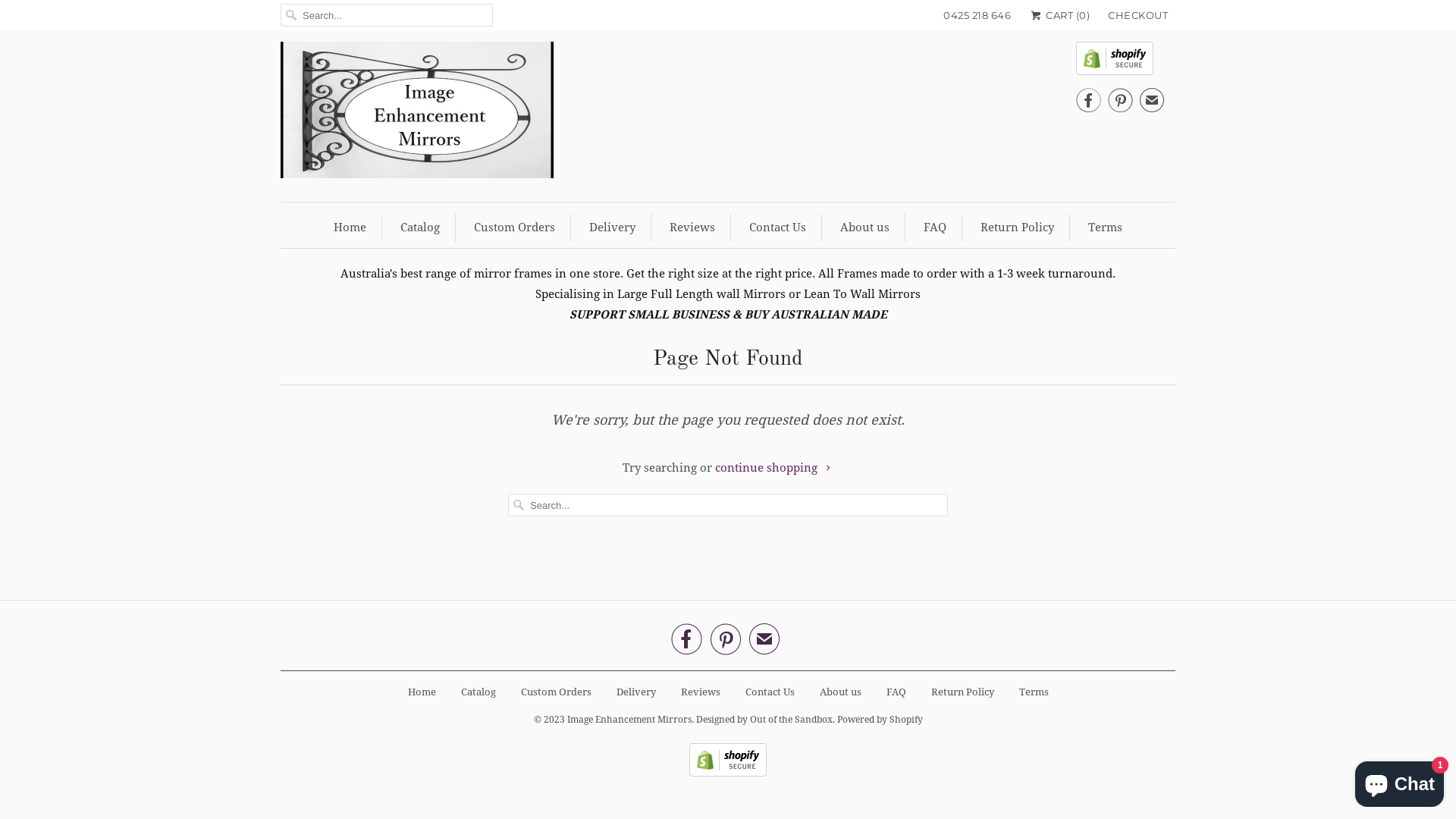 The image size is (1456, 819). What do you see at coordinates (773, 467) in the screenshot?
I see `'continue shopping'` at bounding box center [773, 467].